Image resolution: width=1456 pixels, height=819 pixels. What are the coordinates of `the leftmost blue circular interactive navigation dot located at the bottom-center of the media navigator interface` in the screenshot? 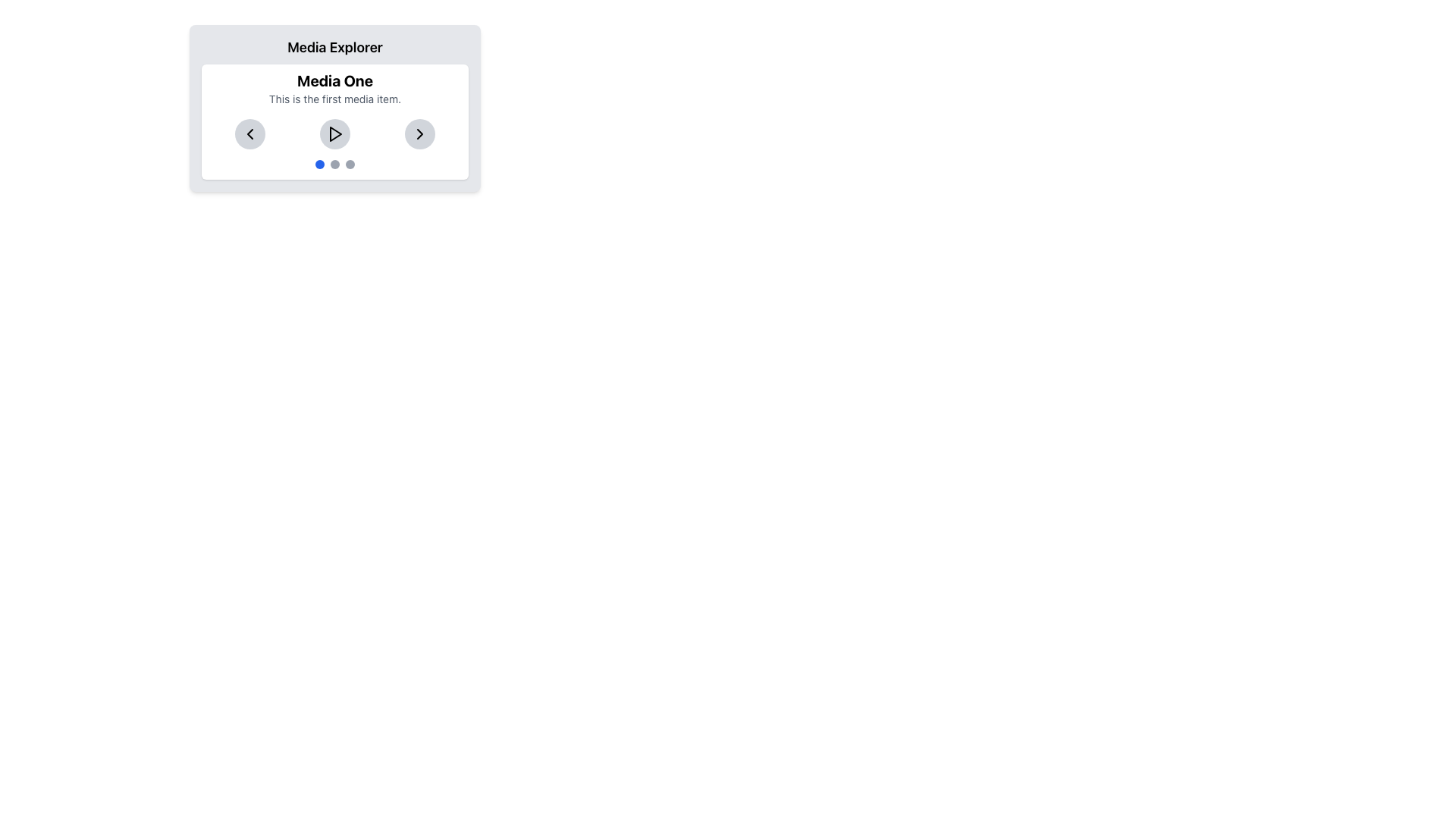 It's located at (319, 164).